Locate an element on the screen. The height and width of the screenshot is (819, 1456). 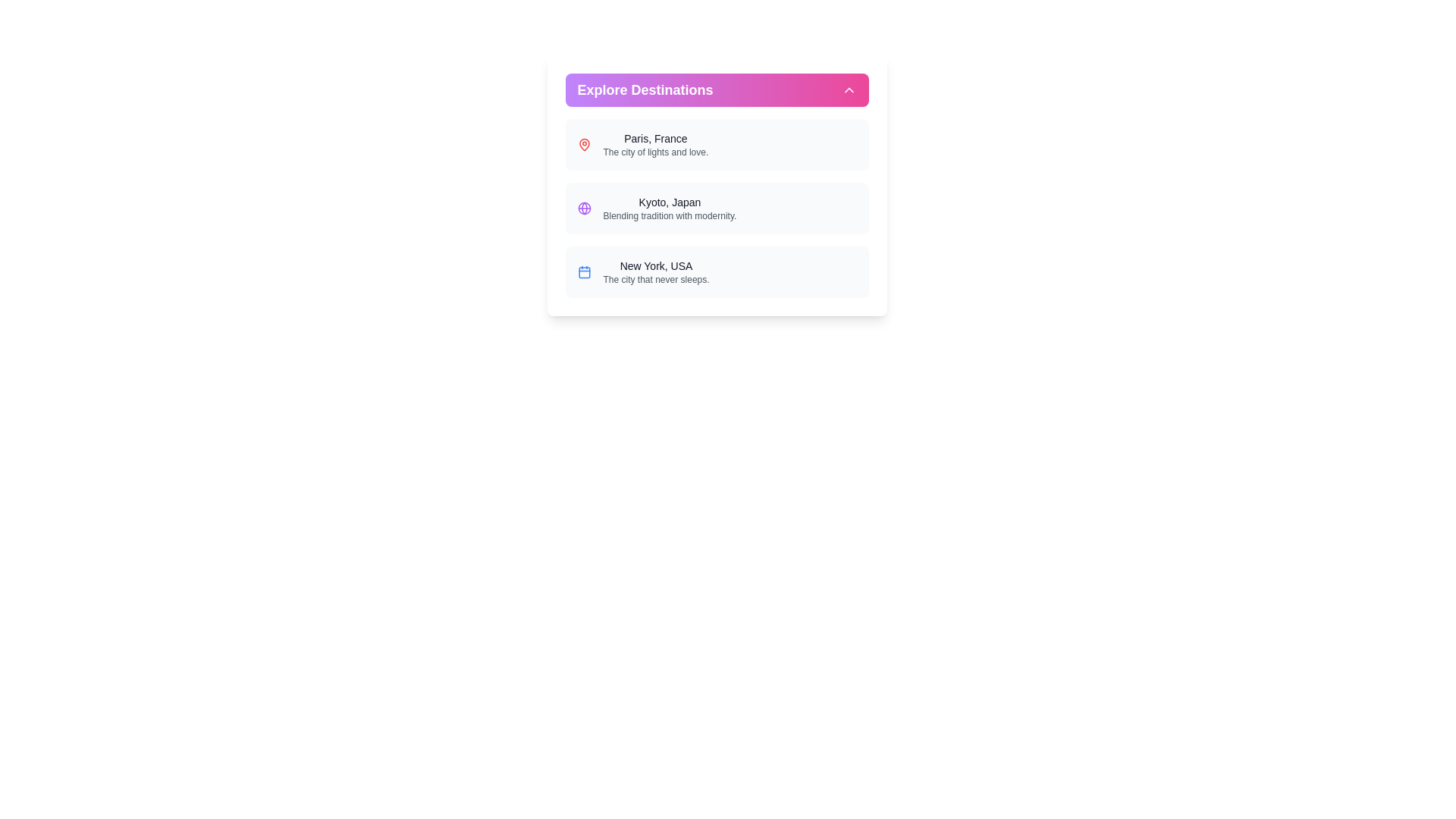
the static text component displaying 'Kyoto, Japan' and 'Blending tradition with modernity' located in the middle of the content box under the 'Explore Destinations' section is located at coordinates (669, 208).